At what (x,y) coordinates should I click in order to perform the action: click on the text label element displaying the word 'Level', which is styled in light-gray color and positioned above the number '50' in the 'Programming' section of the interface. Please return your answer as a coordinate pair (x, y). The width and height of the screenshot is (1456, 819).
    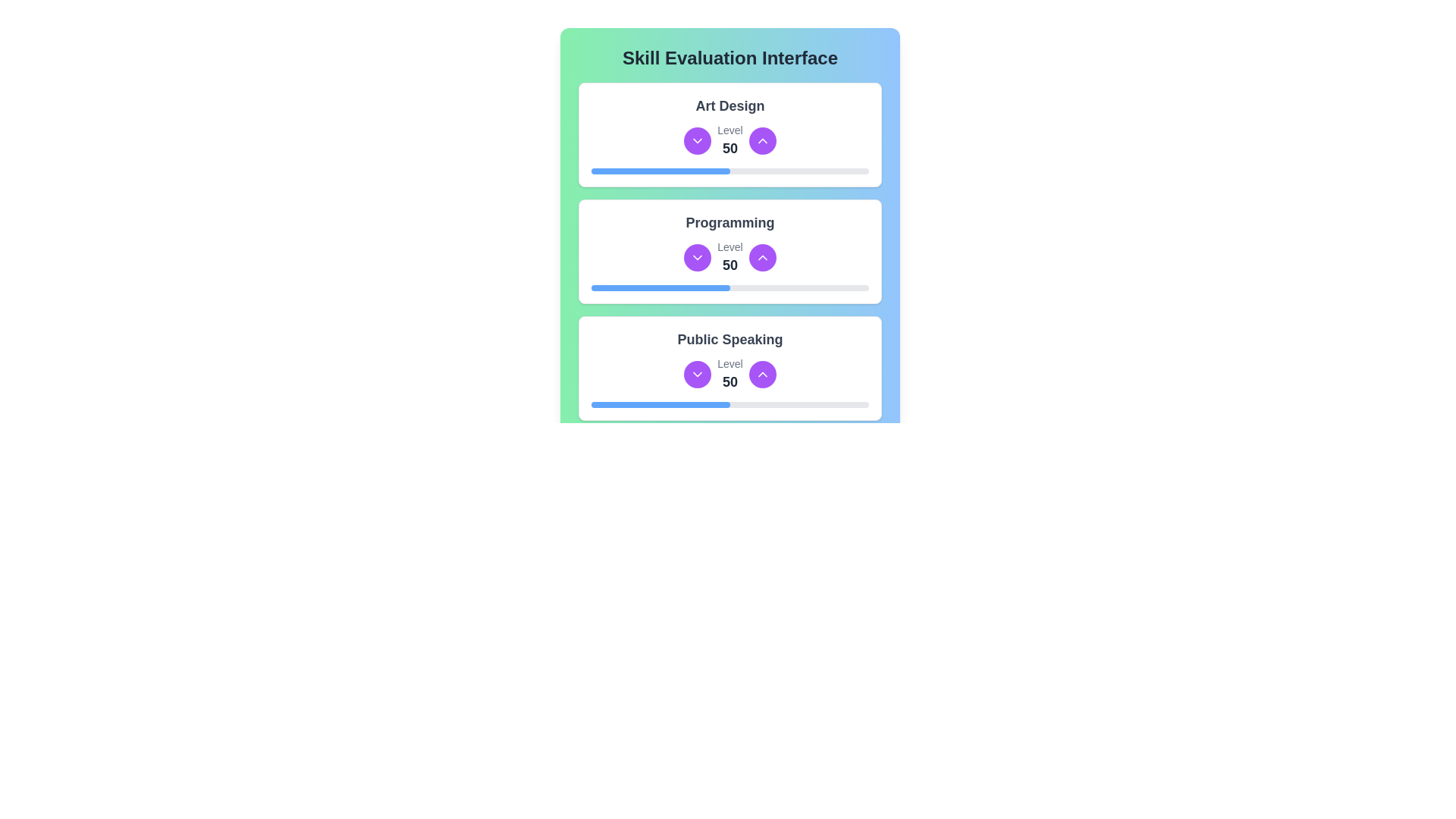
    Looking at the image, I should click on (730, 246).